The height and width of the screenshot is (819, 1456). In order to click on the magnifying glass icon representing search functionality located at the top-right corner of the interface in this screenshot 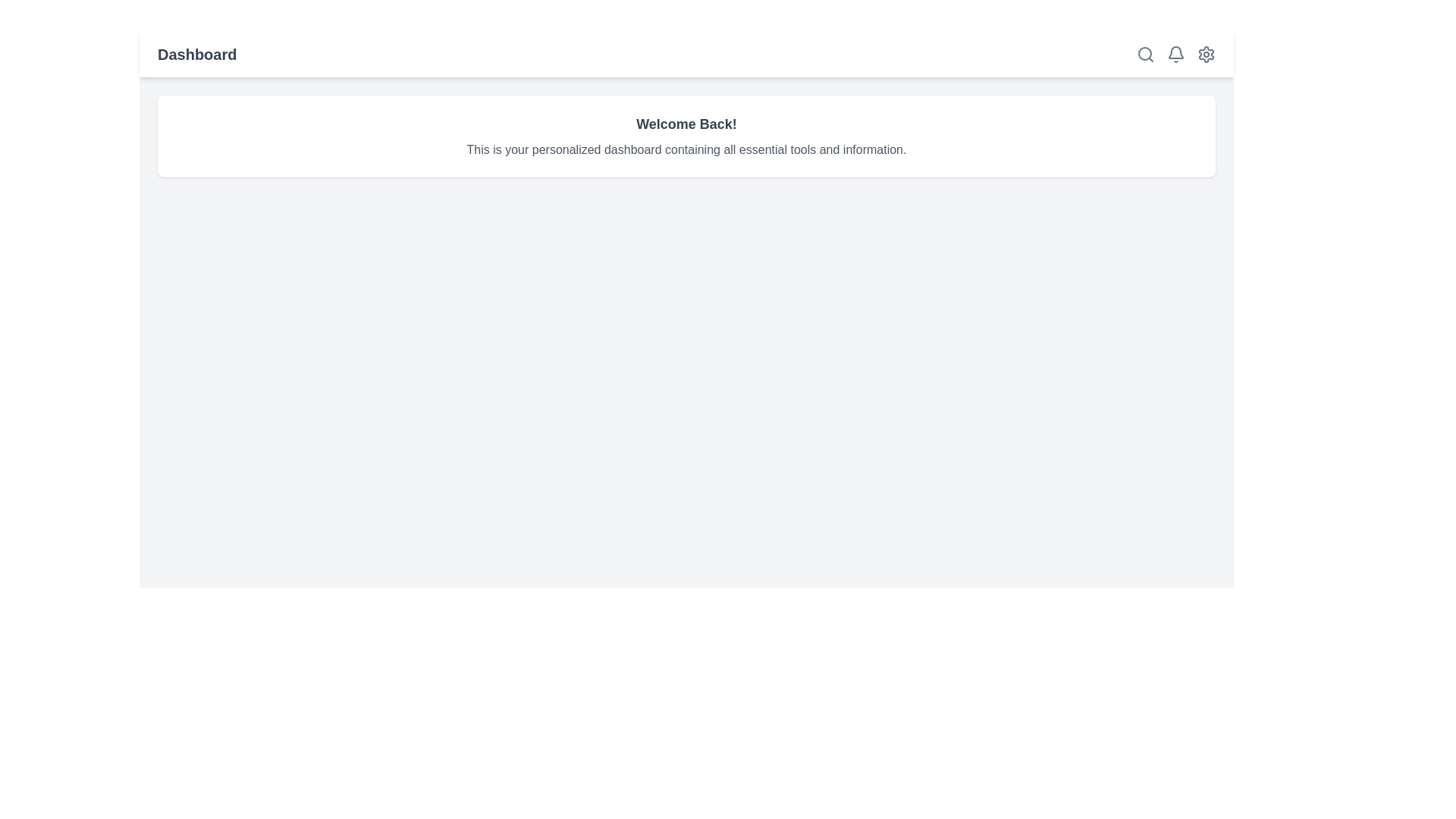, I will do `click(1146, 54)`.